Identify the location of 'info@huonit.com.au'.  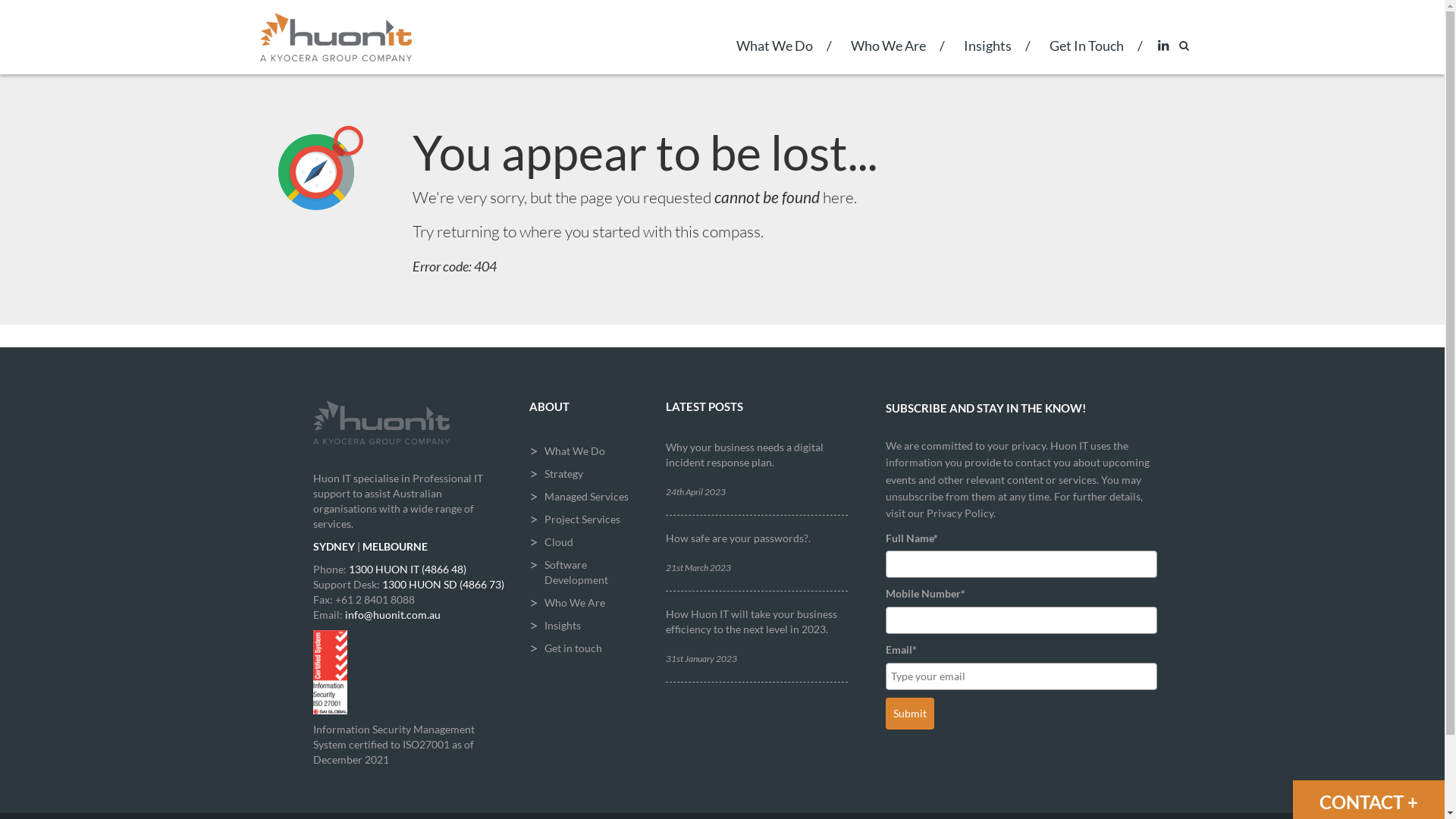
(392, 614).